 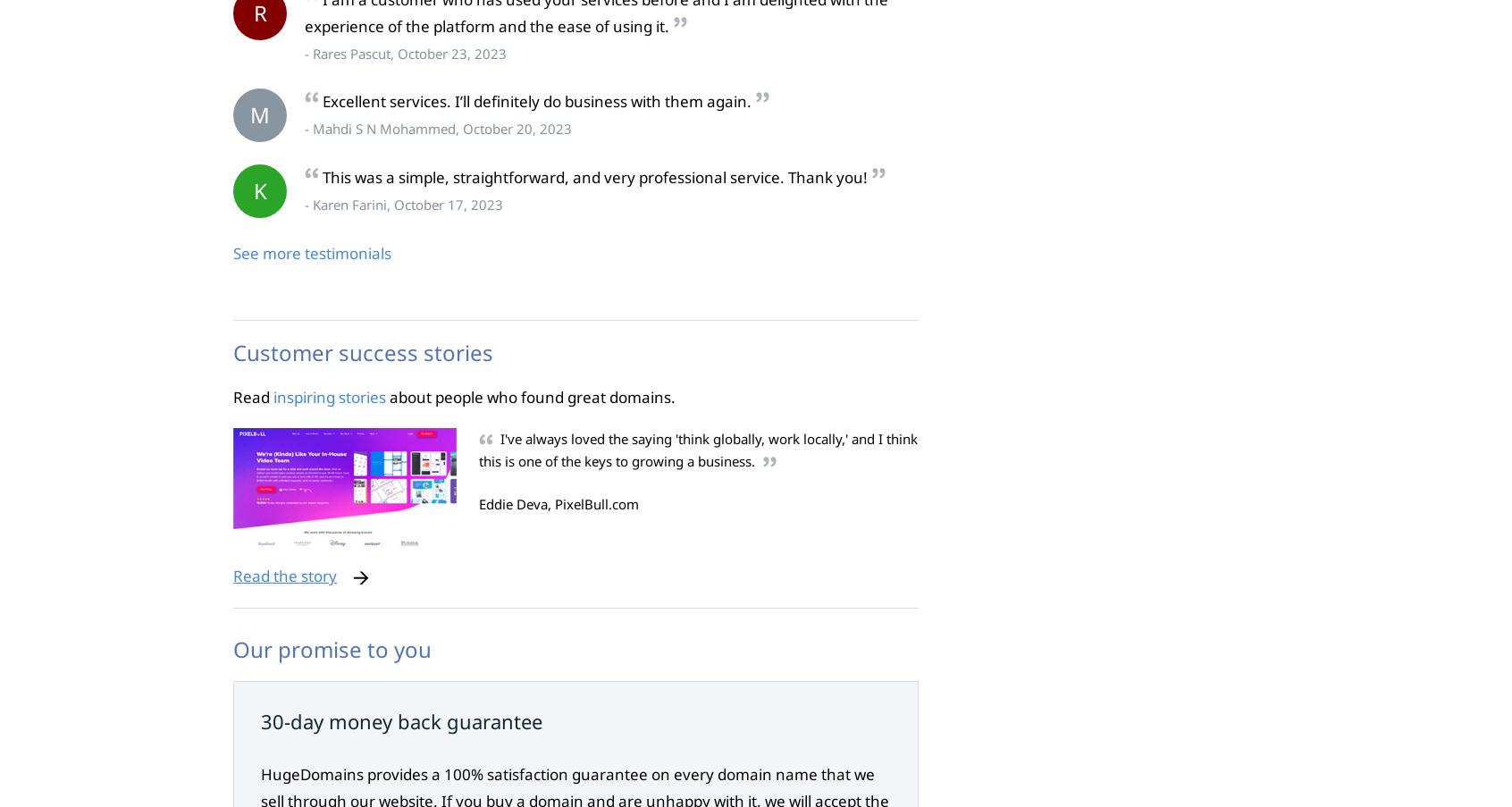 What do you see at coordinates (303, 205) in the screenshot?
I see `'- Karen Farini, October 17, 2023'` at bounding box center [303, 205].